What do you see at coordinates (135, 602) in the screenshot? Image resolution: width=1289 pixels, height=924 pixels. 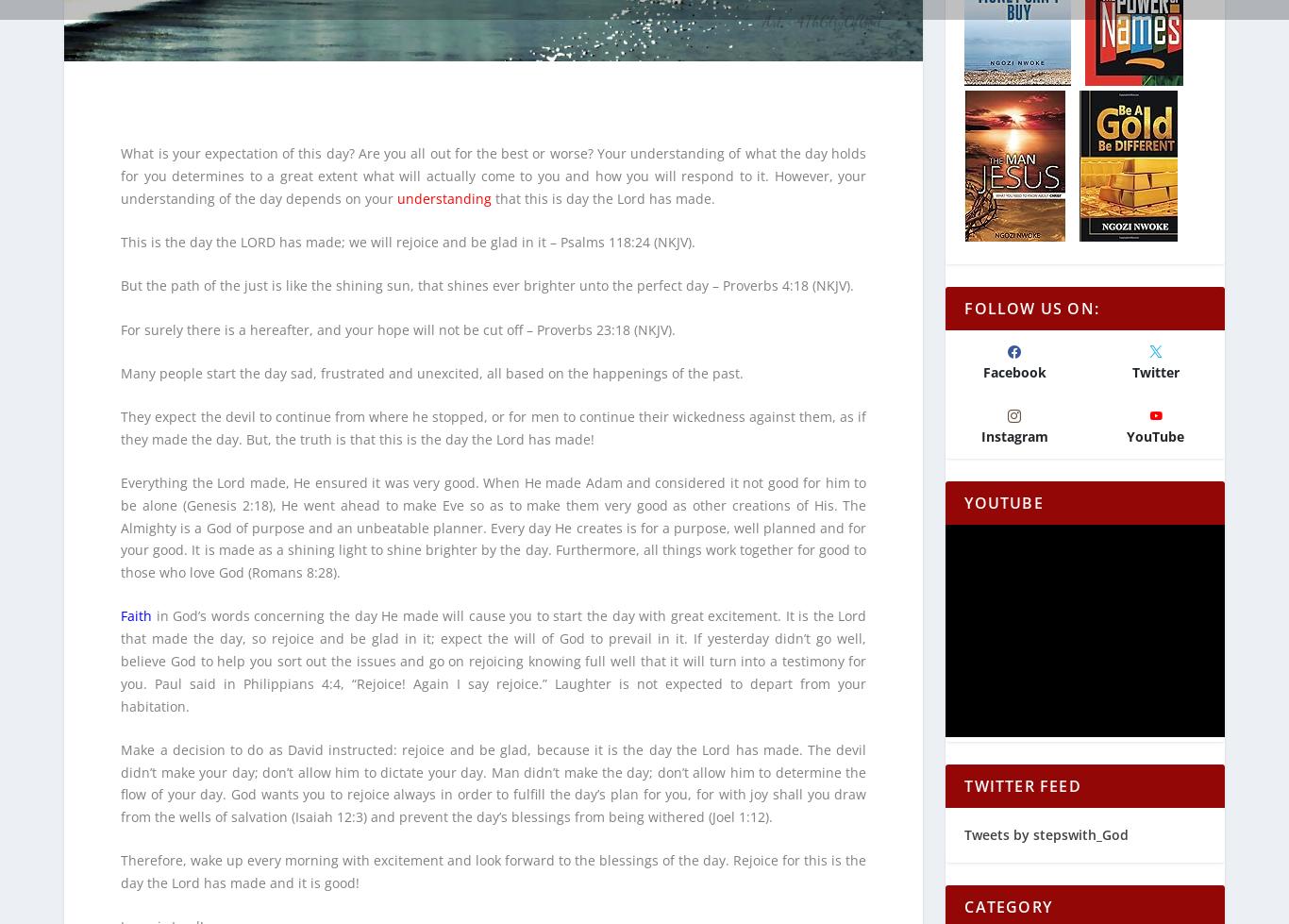 I see `'Faith'` at bounding box center [135, 602].